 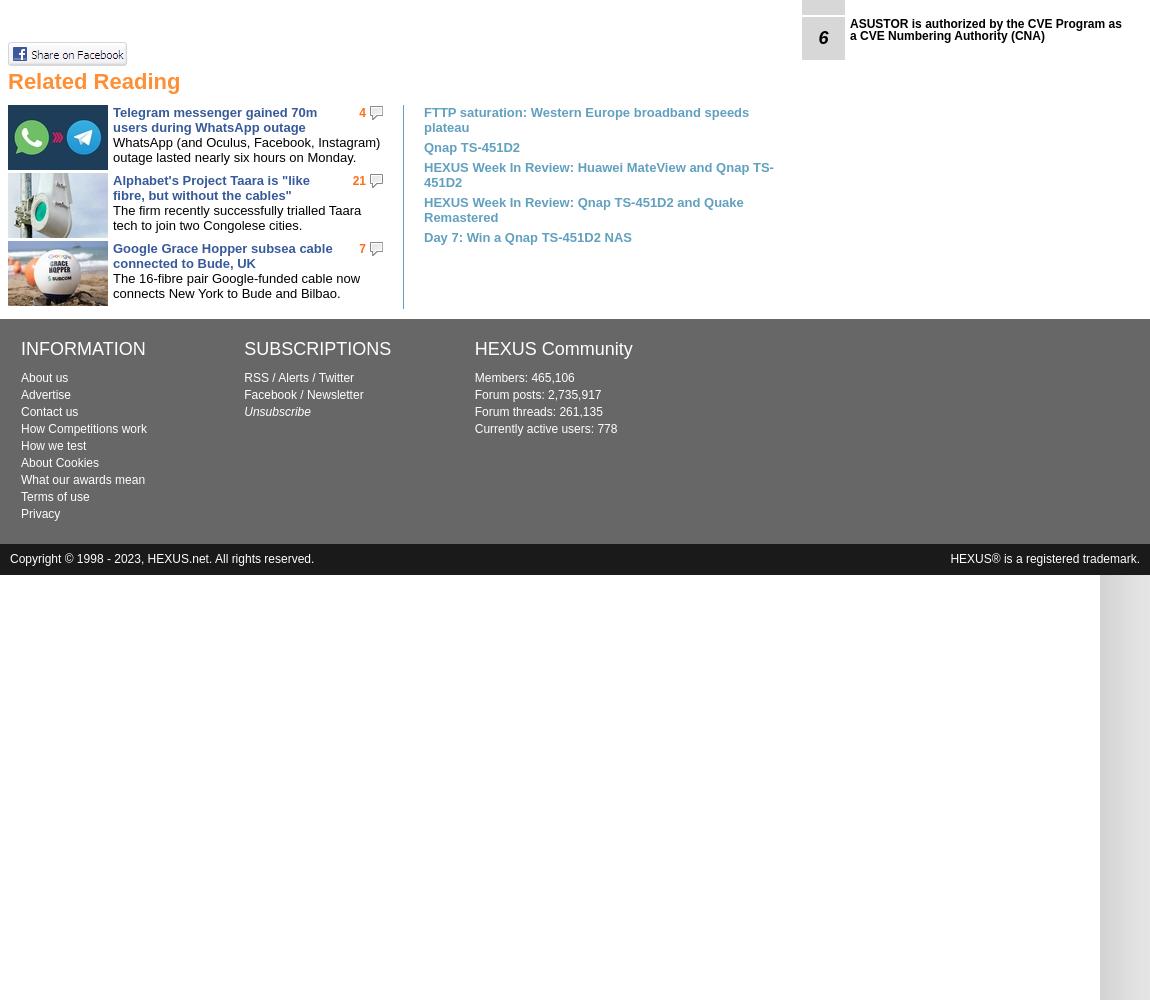 What do you see at coordinates (1045, 559) in the screenshot?
I see `'HEXUS® is a registered trademark.'` at bounding box center [1045, 559].